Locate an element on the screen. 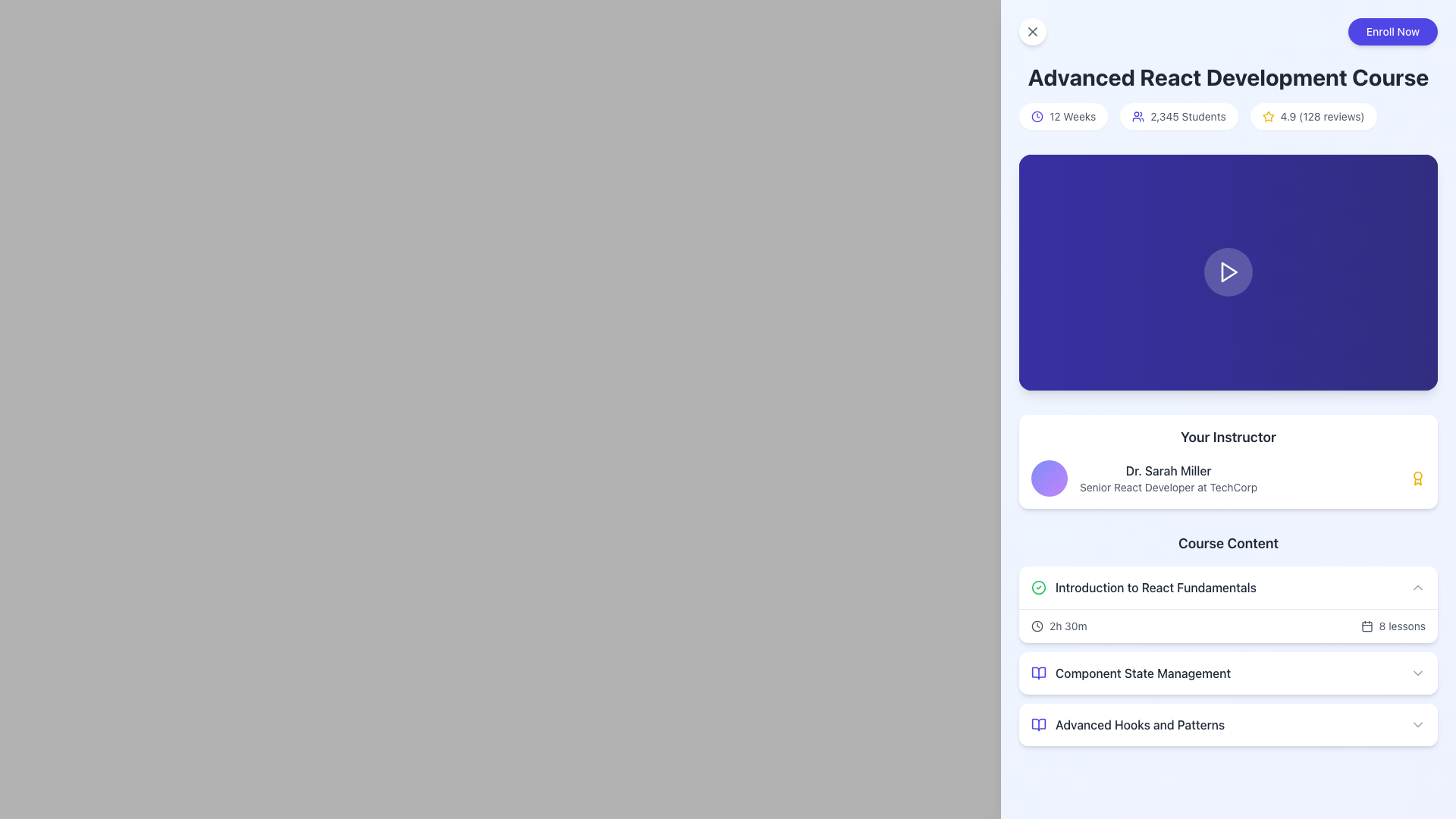 The height and width of the screenshot is (819, 1456). the outlined yellow star icon representing a rating system, located next to the text '4.9 (128 reviews)' in the header area is located at coordinates (1268, 116).